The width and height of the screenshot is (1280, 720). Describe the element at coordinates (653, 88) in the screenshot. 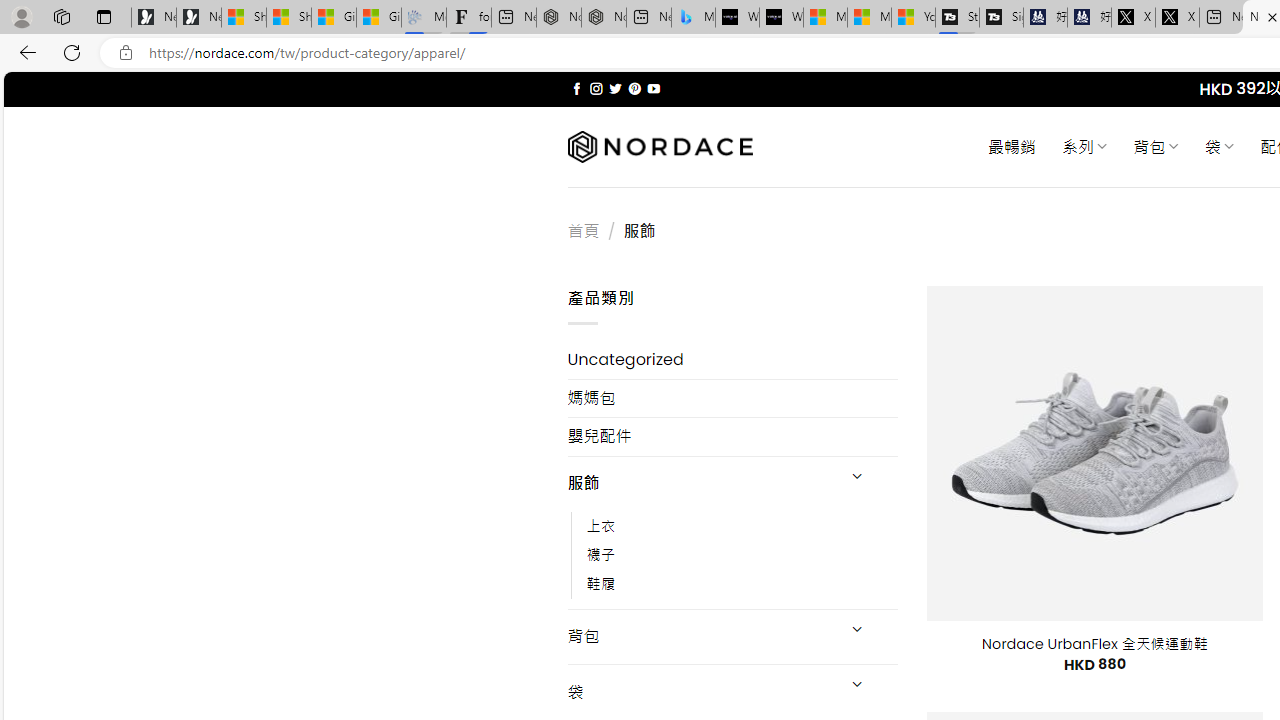

I see `'Follow on YouTube'` at that location.